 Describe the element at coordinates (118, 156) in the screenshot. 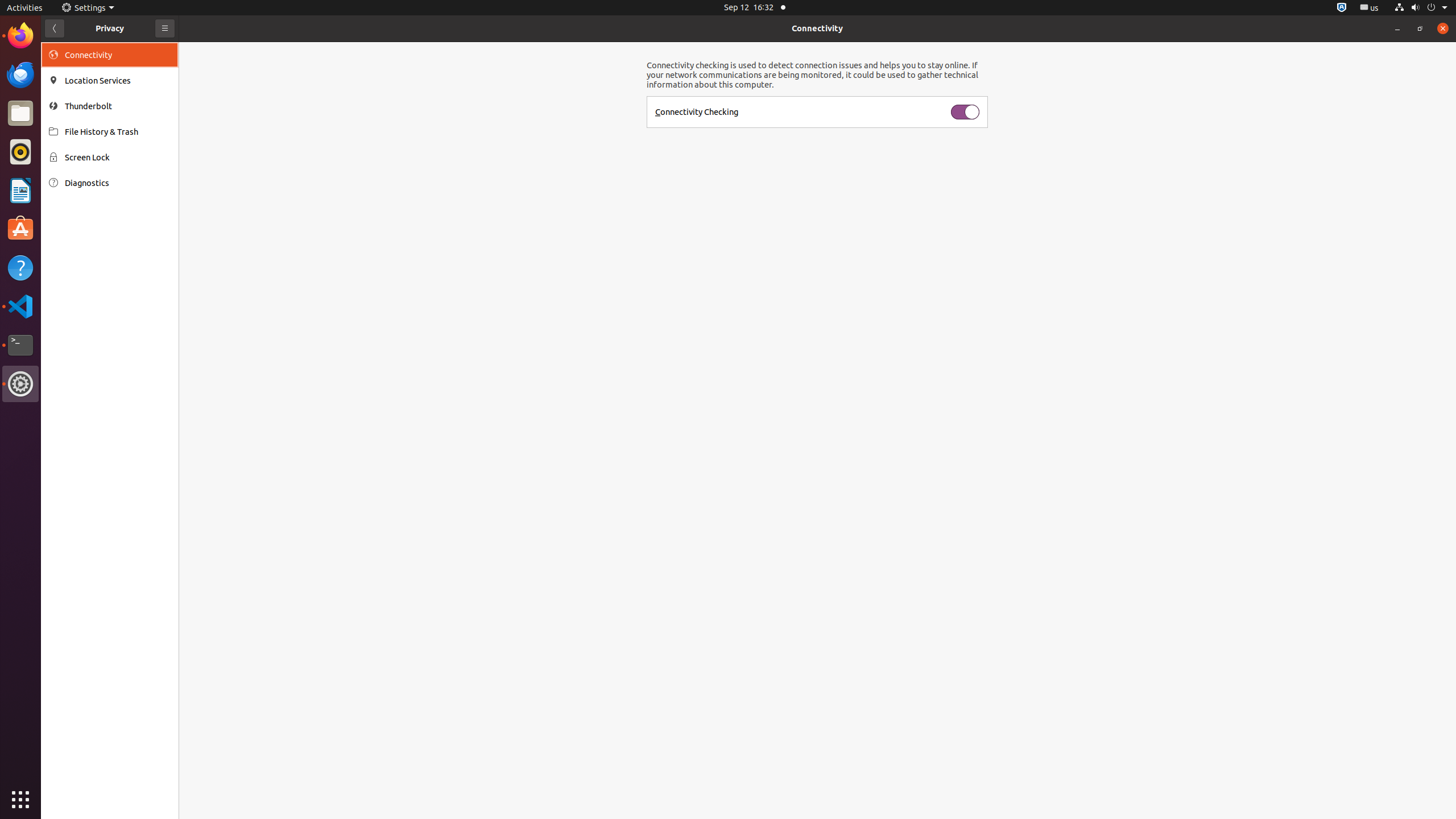

I see `'Screen Lock'` at that location.